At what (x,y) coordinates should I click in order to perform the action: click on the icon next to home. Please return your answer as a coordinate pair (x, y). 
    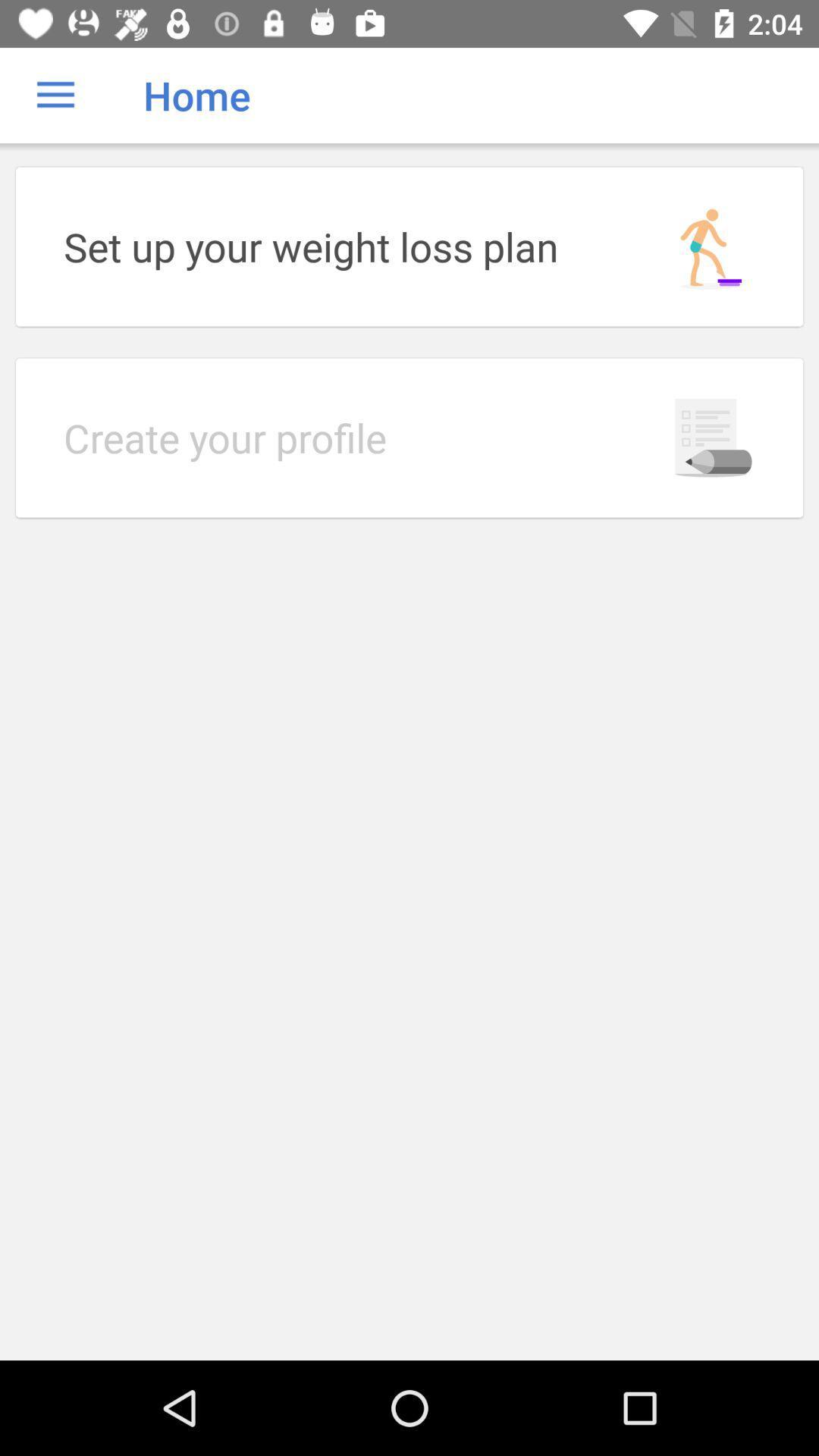
    Looking at the image, I should click on (55, 94).